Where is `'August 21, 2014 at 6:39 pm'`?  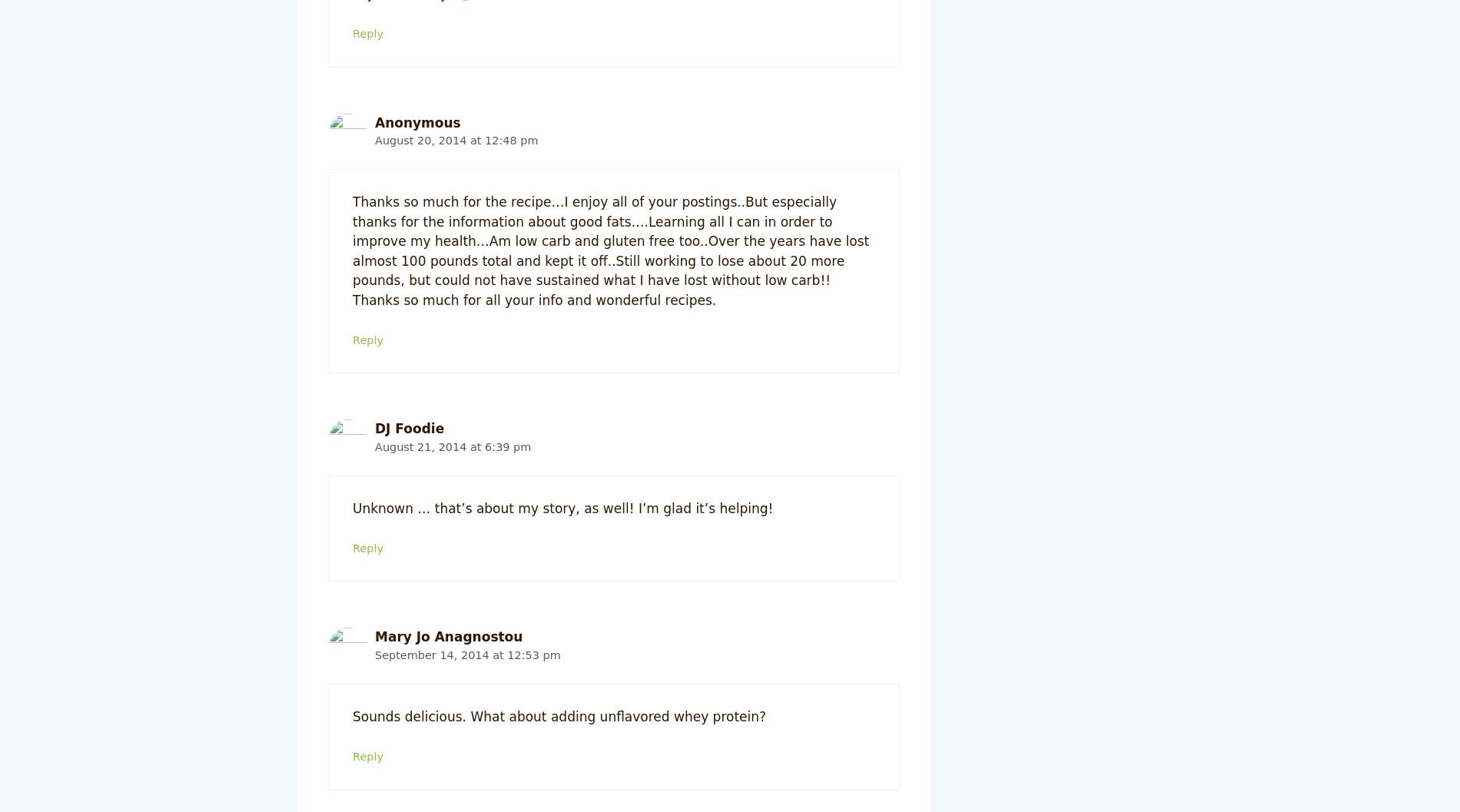
'August 21, 2014 at 6:39 pm' is located at coordinates (453, 446).